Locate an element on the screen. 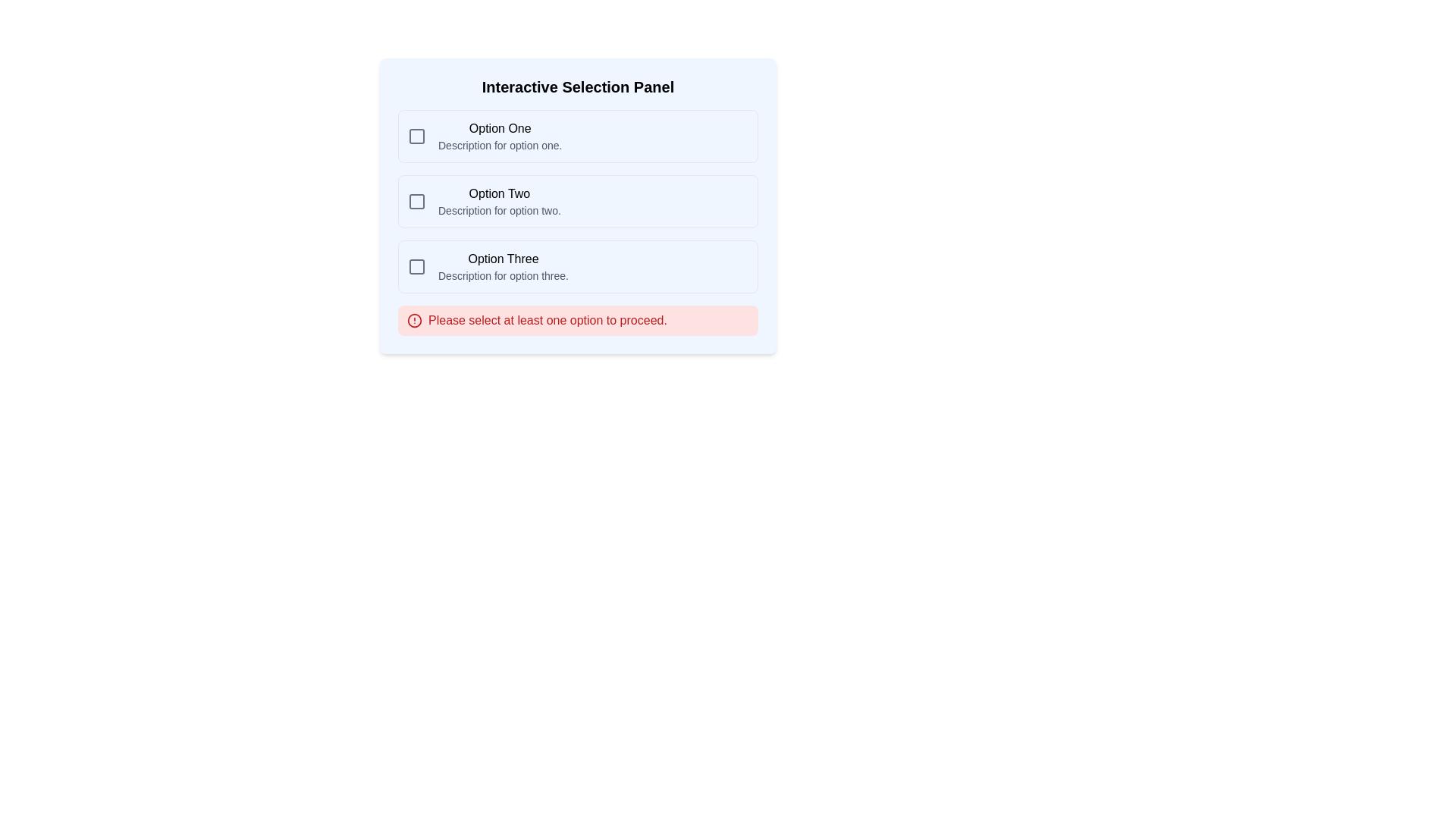  text of the bold title in the second option of the selection list, located between 'Option One' and 'Option Three' is located at coordinates (499, 193).